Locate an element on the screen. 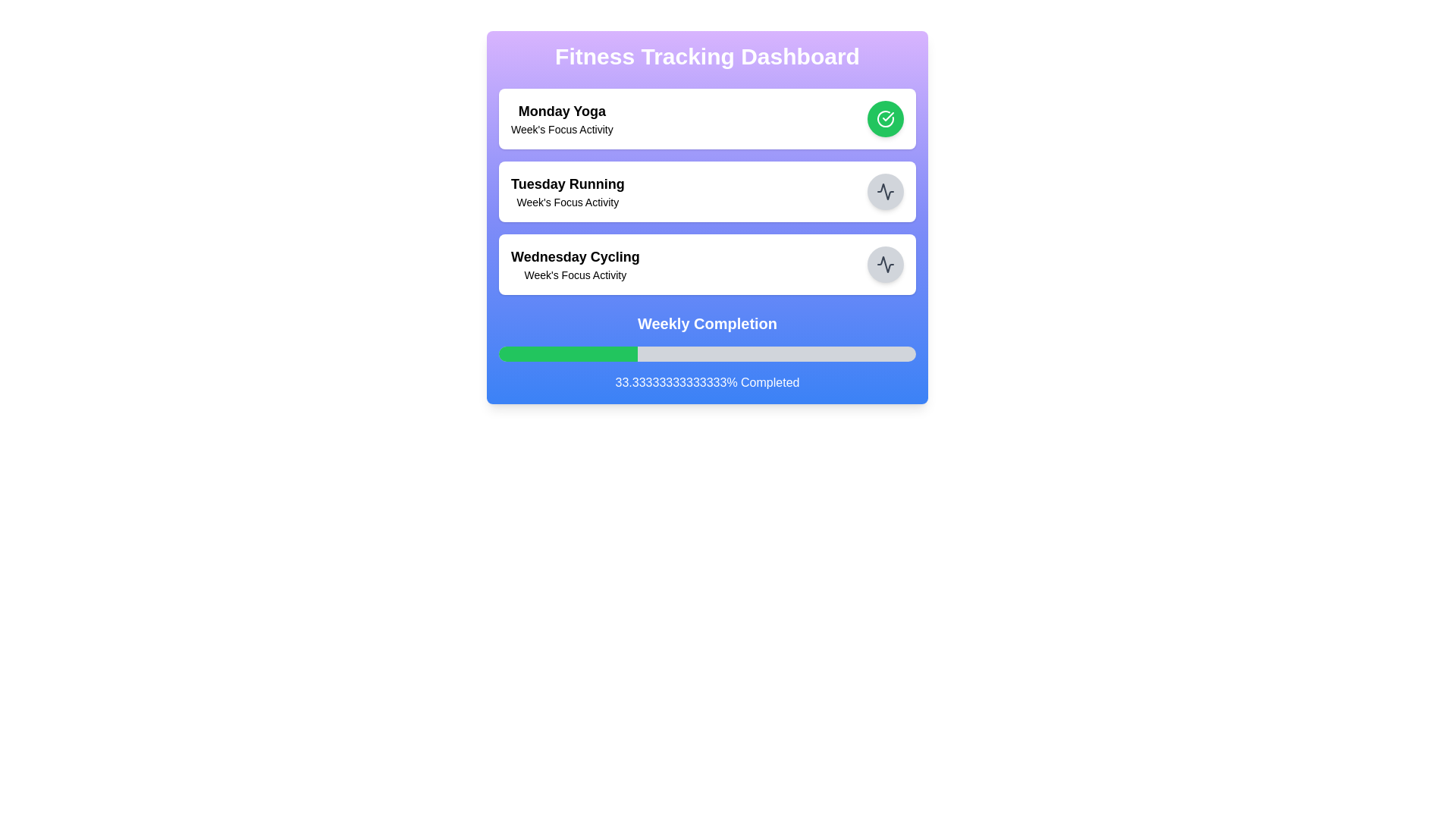 The height and width of the screenshot is (819, 1456). the completion status icon for the 'Monday Yoga' activity, which is a non-interactive green circular button indicating completion is located at coordinates (885, 118).